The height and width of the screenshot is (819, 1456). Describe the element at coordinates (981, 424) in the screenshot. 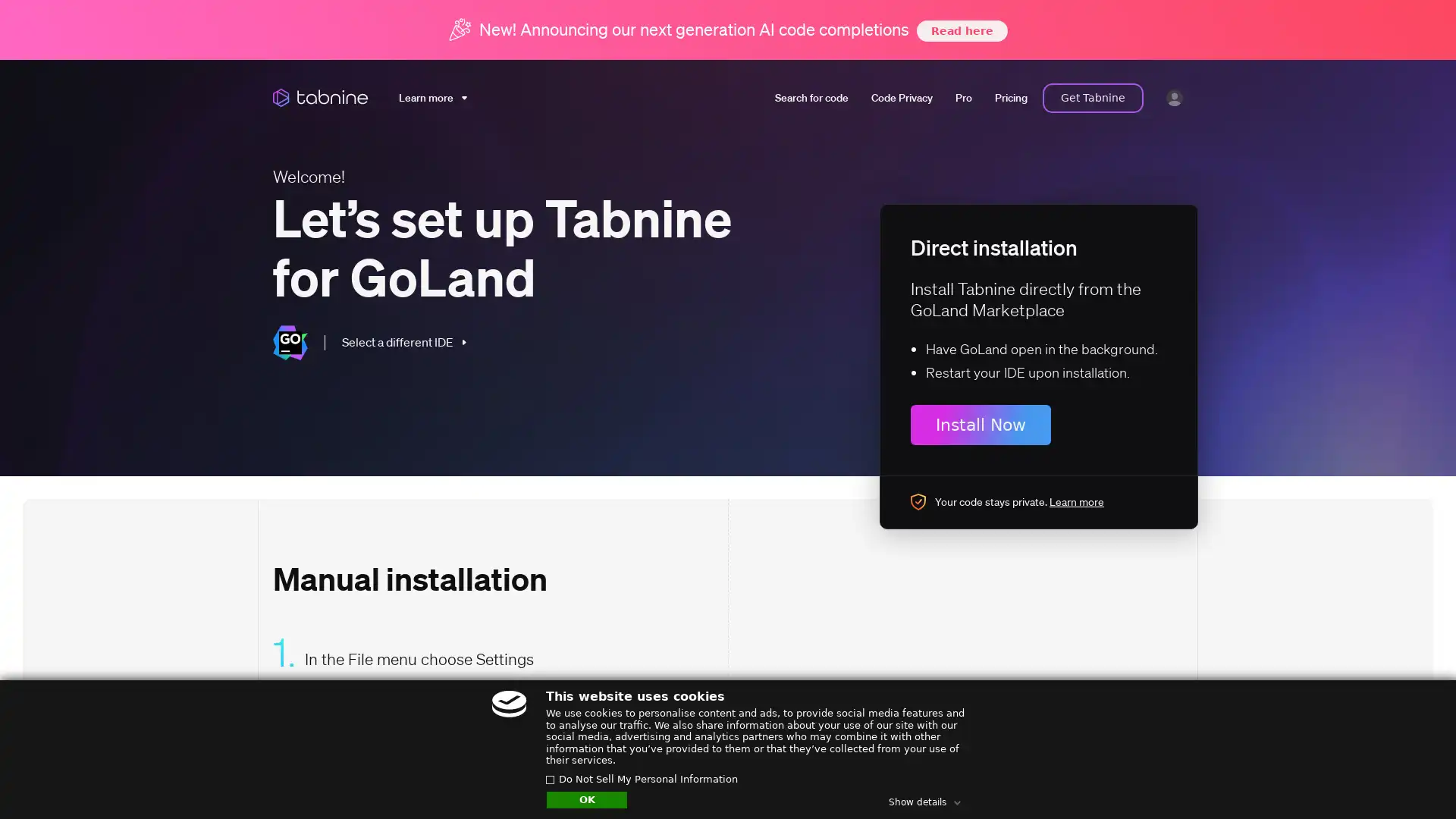

I see `Install Now` at that location.